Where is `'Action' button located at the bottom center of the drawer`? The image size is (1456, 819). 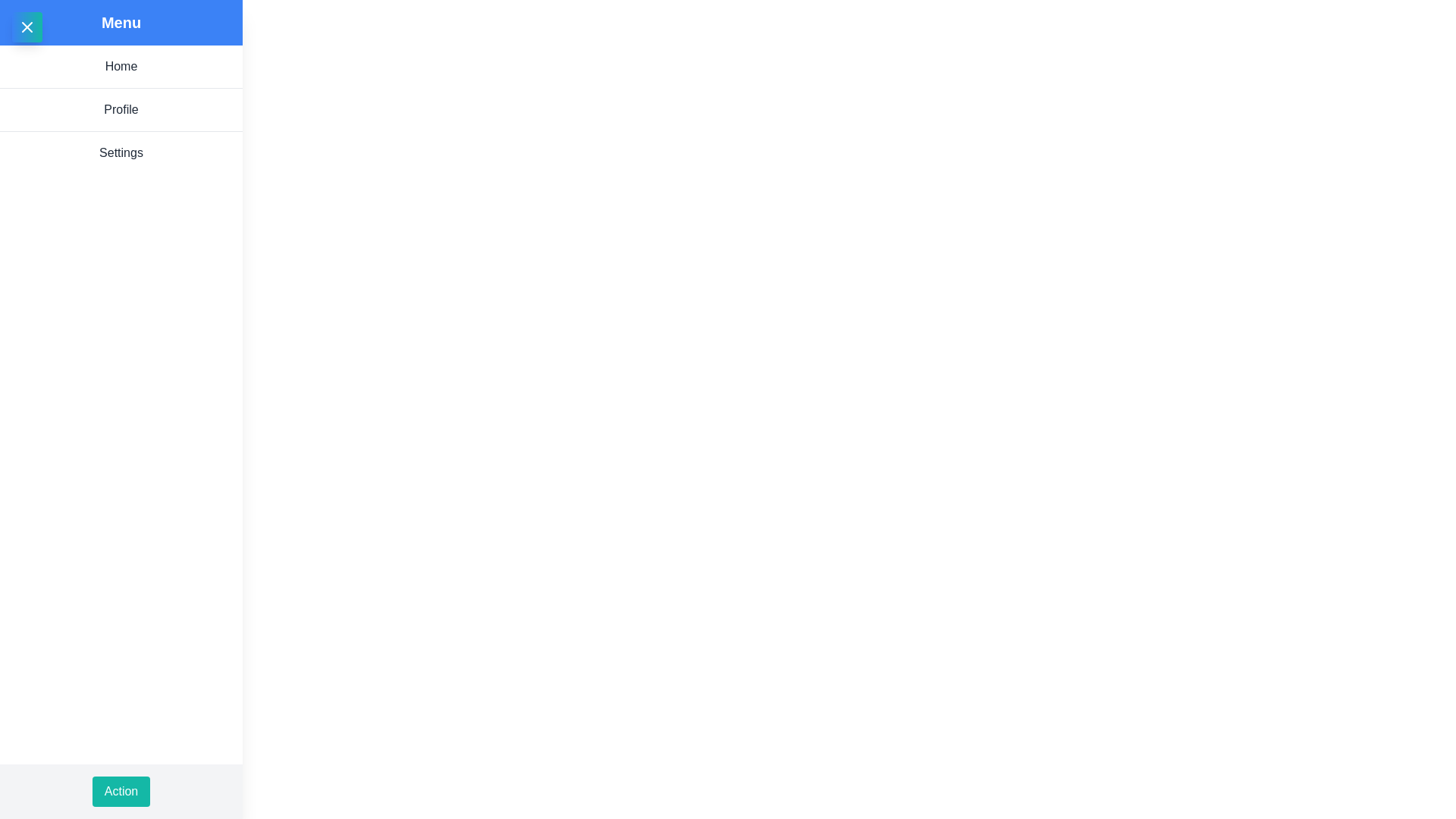
'Action' button located at the bottom center of the drawer is located at coordinates (120, 791).